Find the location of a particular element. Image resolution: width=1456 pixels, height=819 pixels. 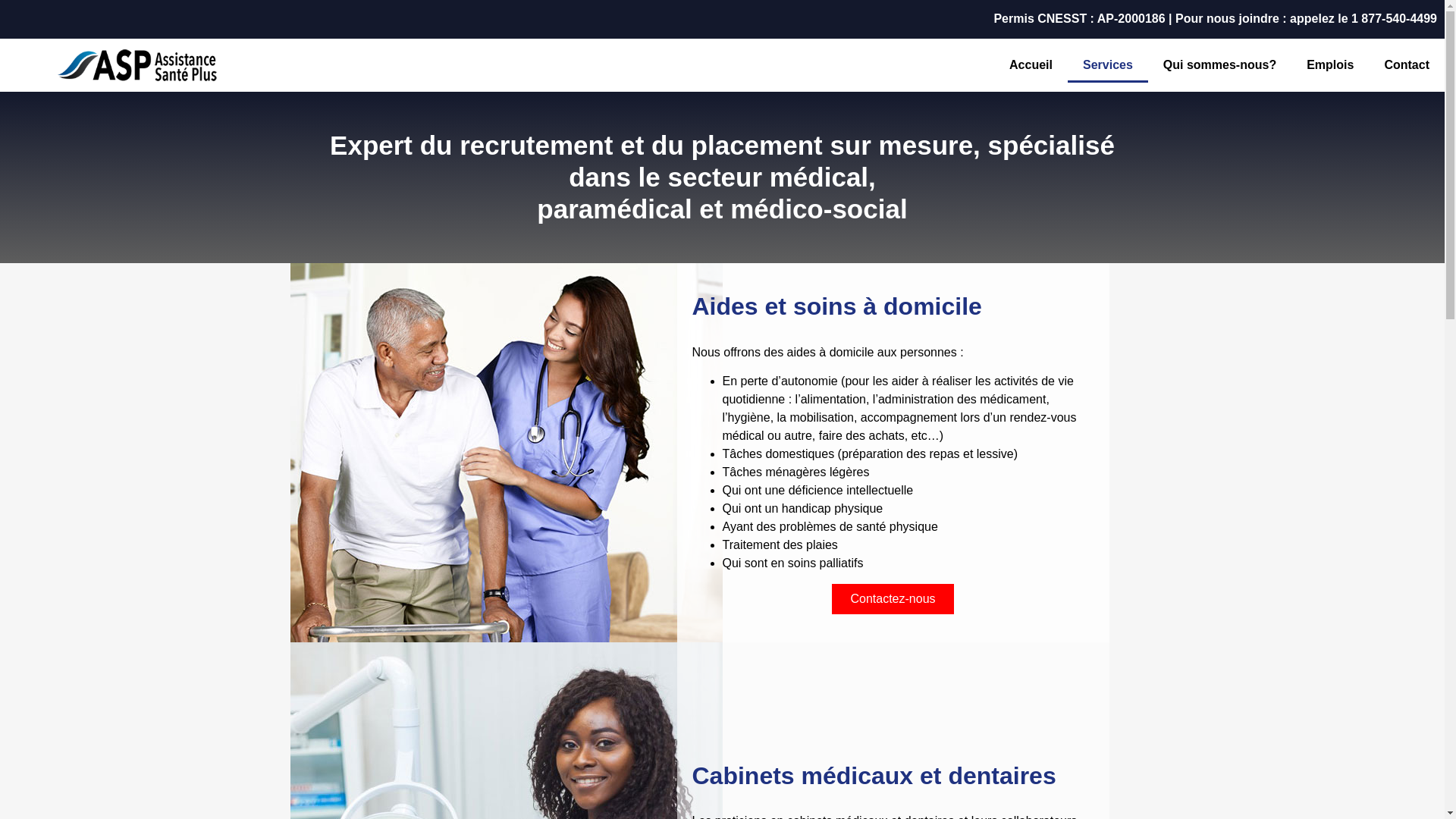

'Contact' is located at coordinates (1405, 64).